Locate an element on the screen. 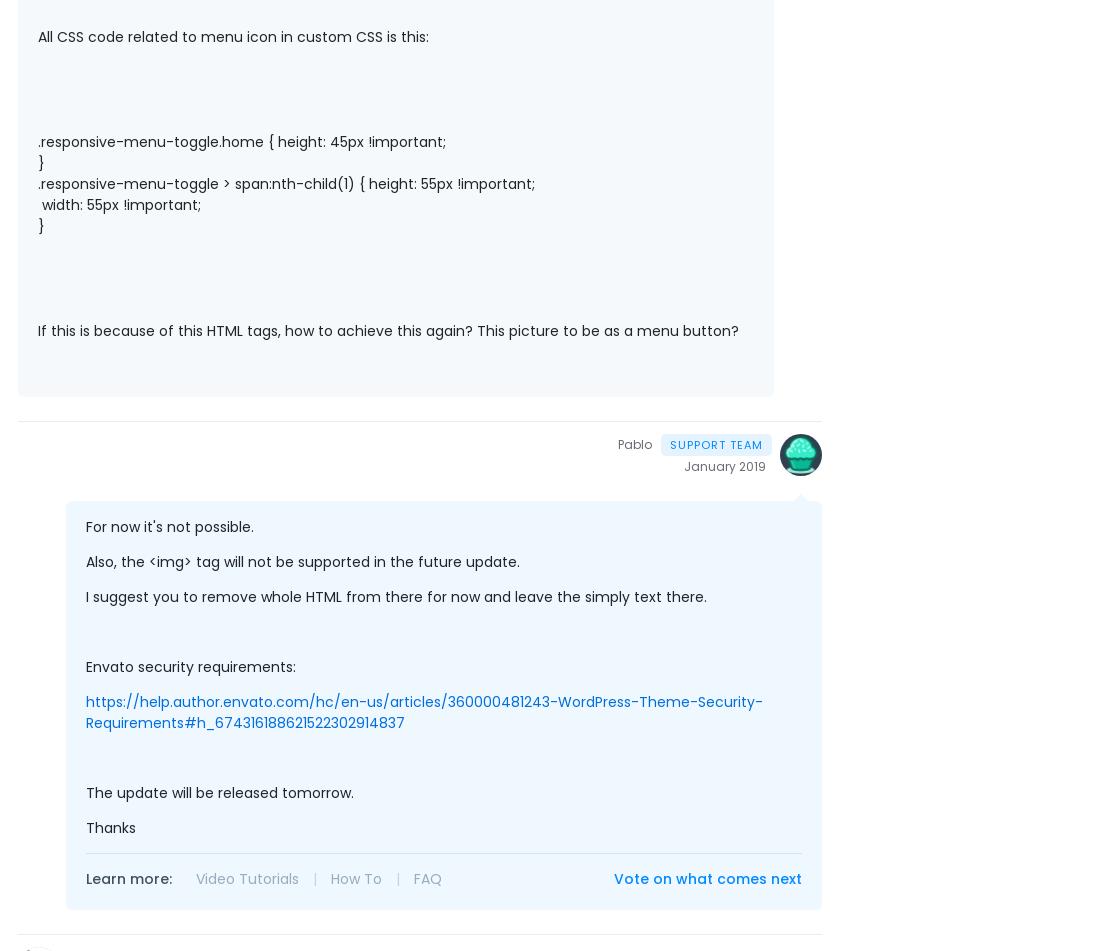 This screenshot has height=951, width=1100. '.responsive-menu-toggle.home { height: 45px !important;' is located at coordinates (36, 141).